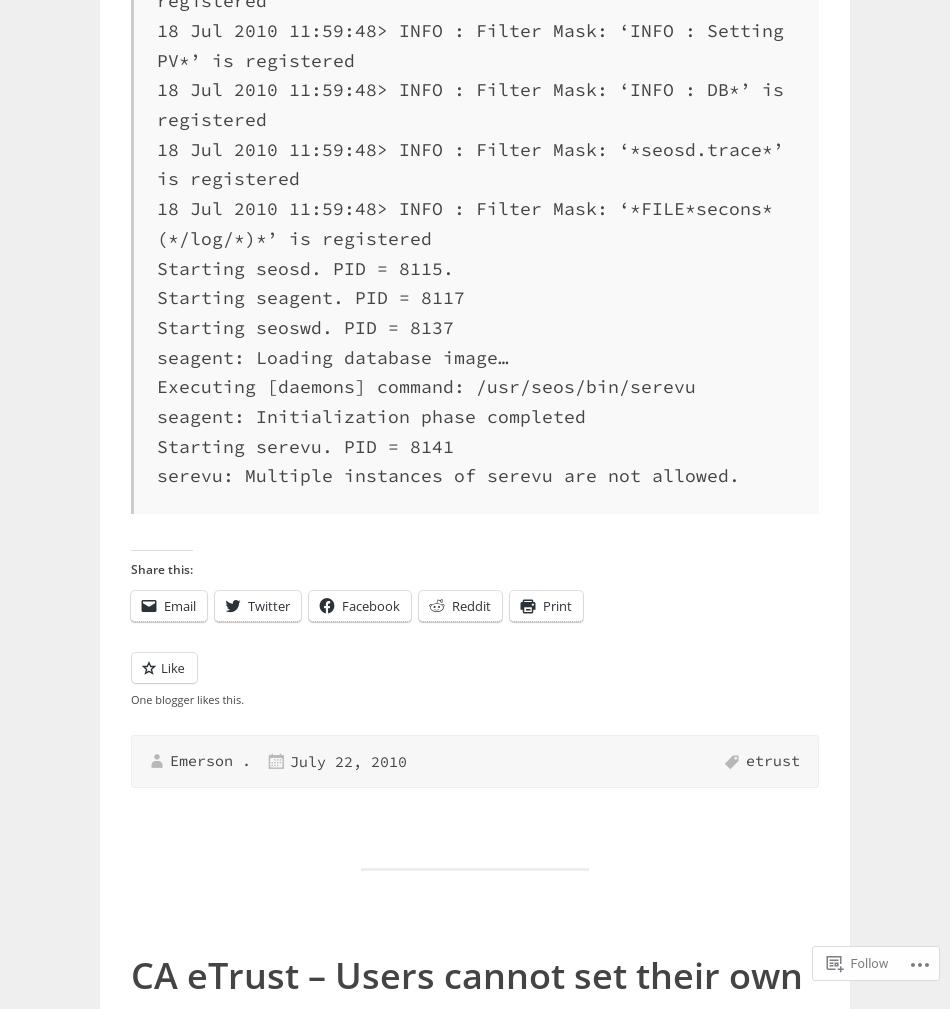 This screenshot has height=1009, width=950. I want to click on 'Starting serevu. PID = 8141', so click(304, 444).